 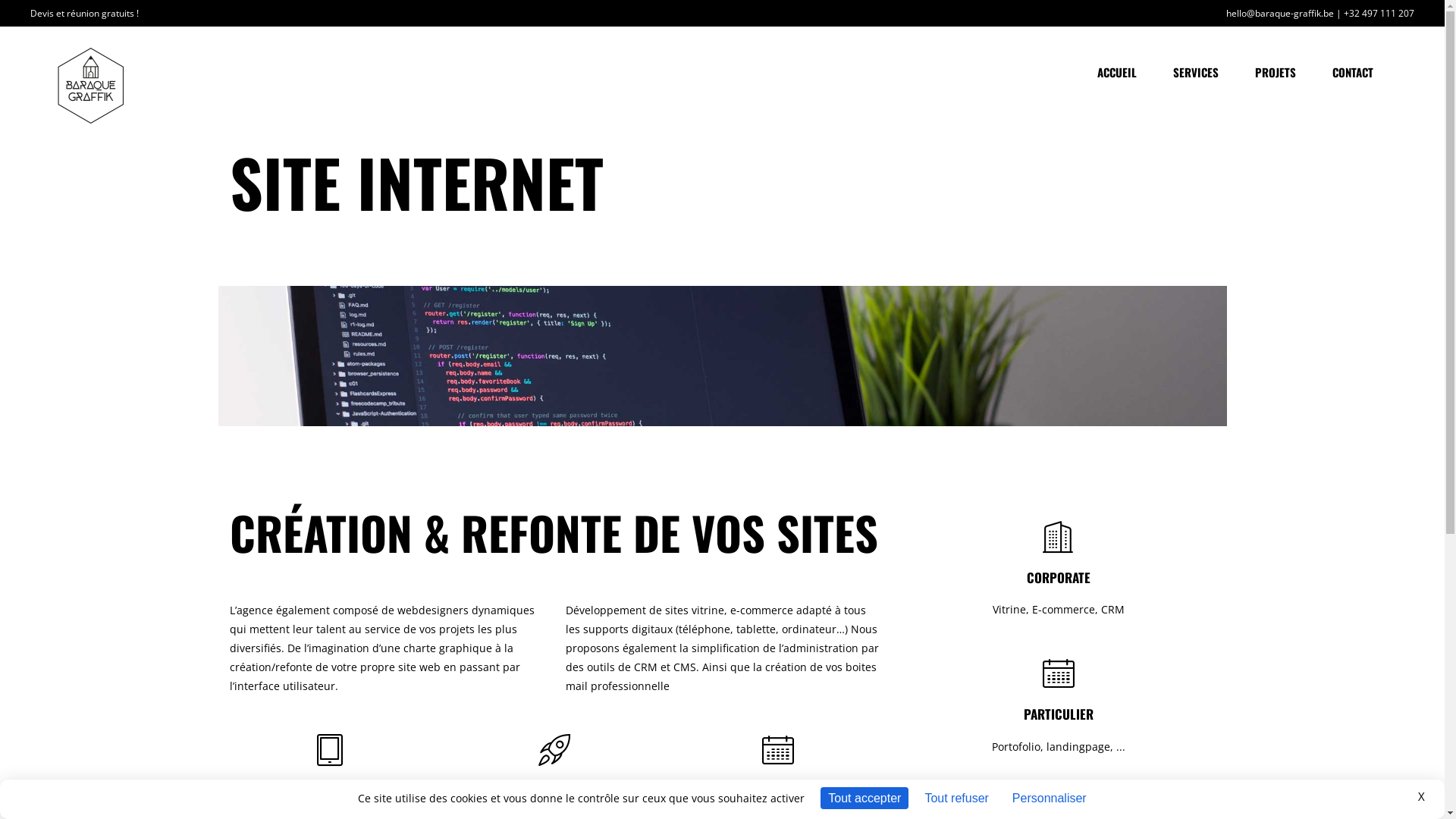 What do you see at coordinates (1343, 12) in the screenshot?
I see `'+32 497 111 207'` at bounding box center [1343, 12].